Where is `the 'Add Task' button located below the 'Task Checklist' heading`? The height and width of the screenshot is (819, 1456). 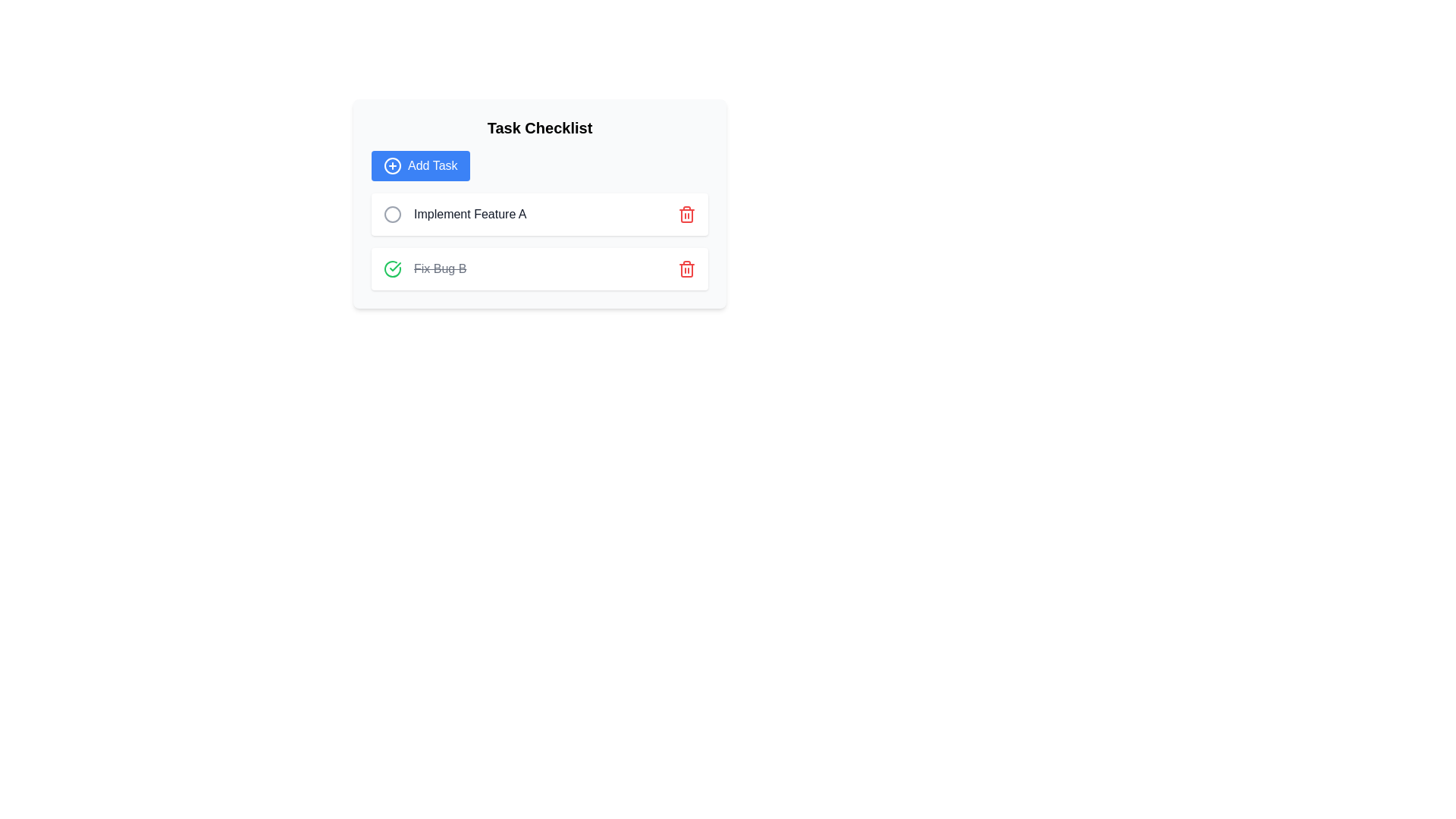 the 'Add Task' button located below the 'Task Checklist' heading is located at coordinates (420, 166).